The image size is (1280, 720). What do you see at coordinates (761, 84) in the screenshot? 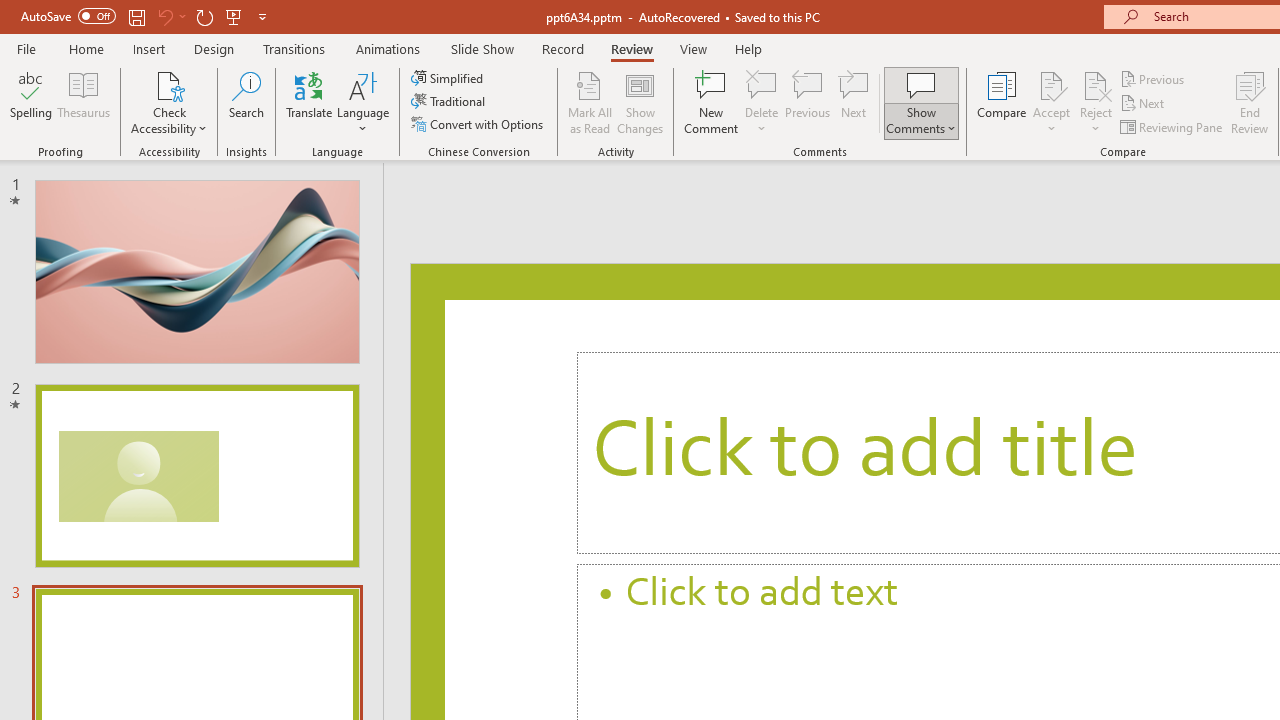
I see `'Delete'` at bounding box center [761, 84].